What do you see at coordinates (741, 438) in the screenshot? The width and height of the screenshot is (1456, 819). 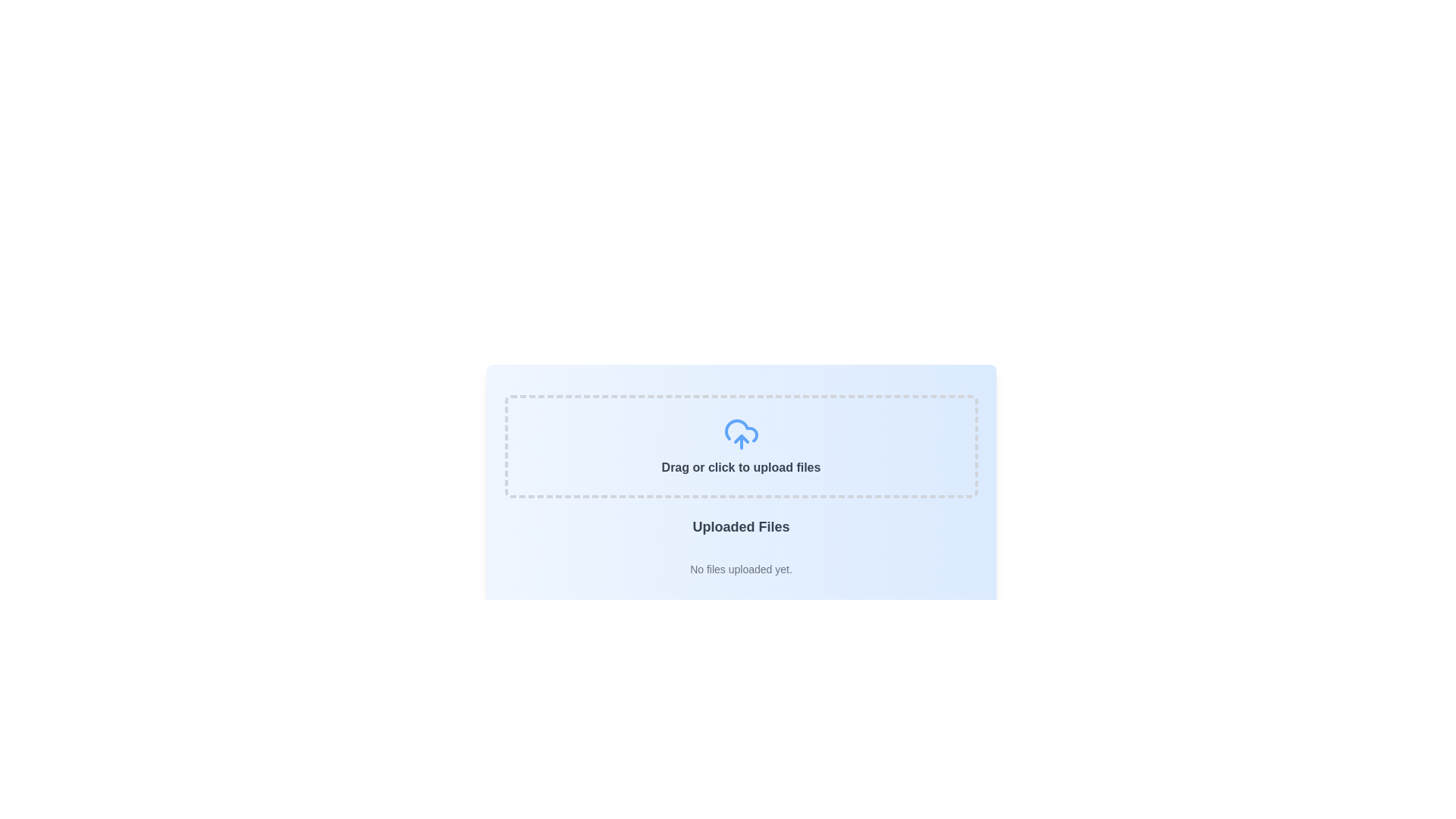 I see `the upload icon represented by an arrow pointing up inside a cloud, which is centered within a cloud shape icon for the upload functionality` at bounding box center [741, 438].